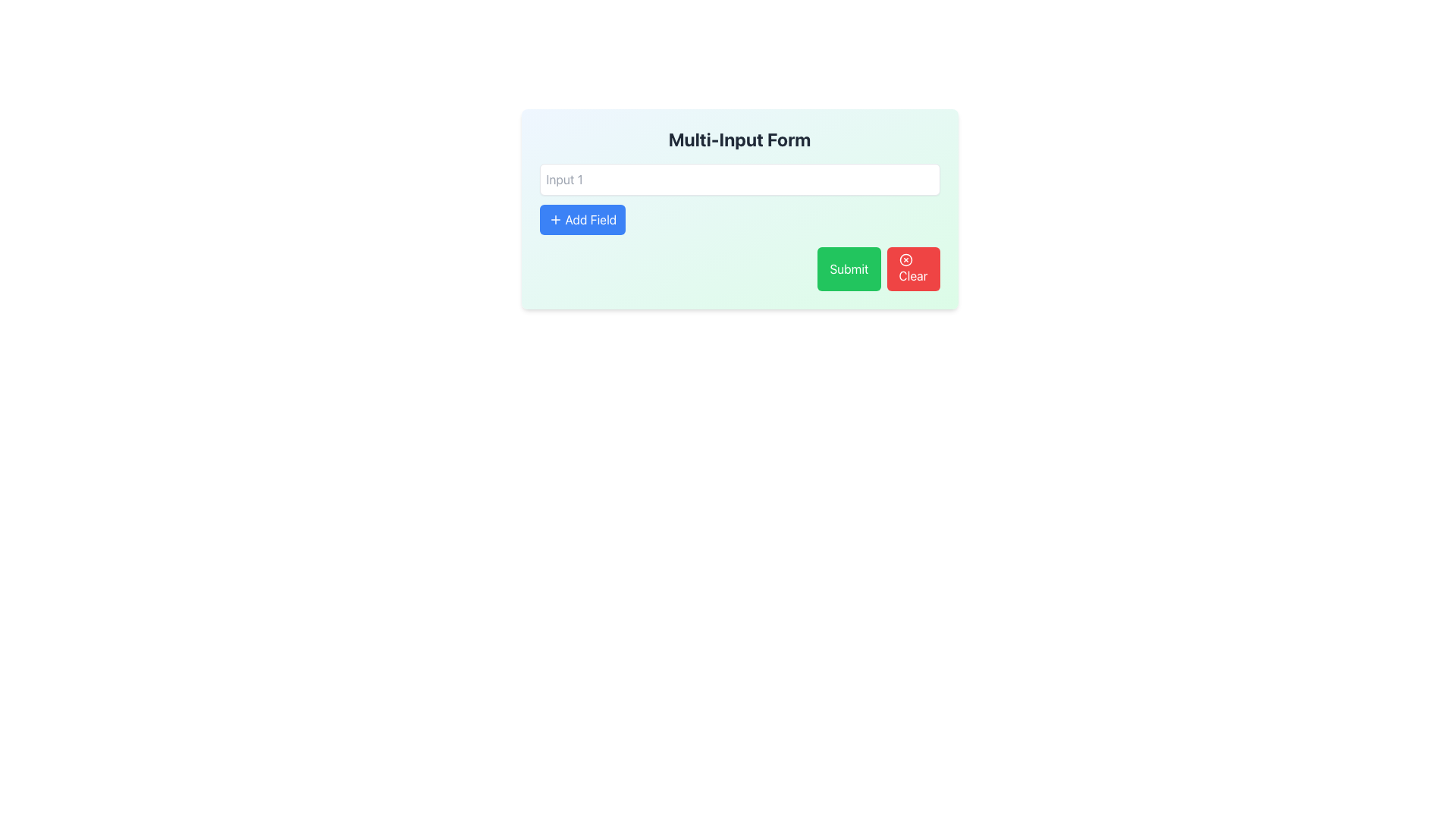  What do you see at coordinates (590, 219) in the screenshot?
I see `text label within the 'Add Field' button, which indicates its functionality to add a new input field` at bounding box center [590, 219].